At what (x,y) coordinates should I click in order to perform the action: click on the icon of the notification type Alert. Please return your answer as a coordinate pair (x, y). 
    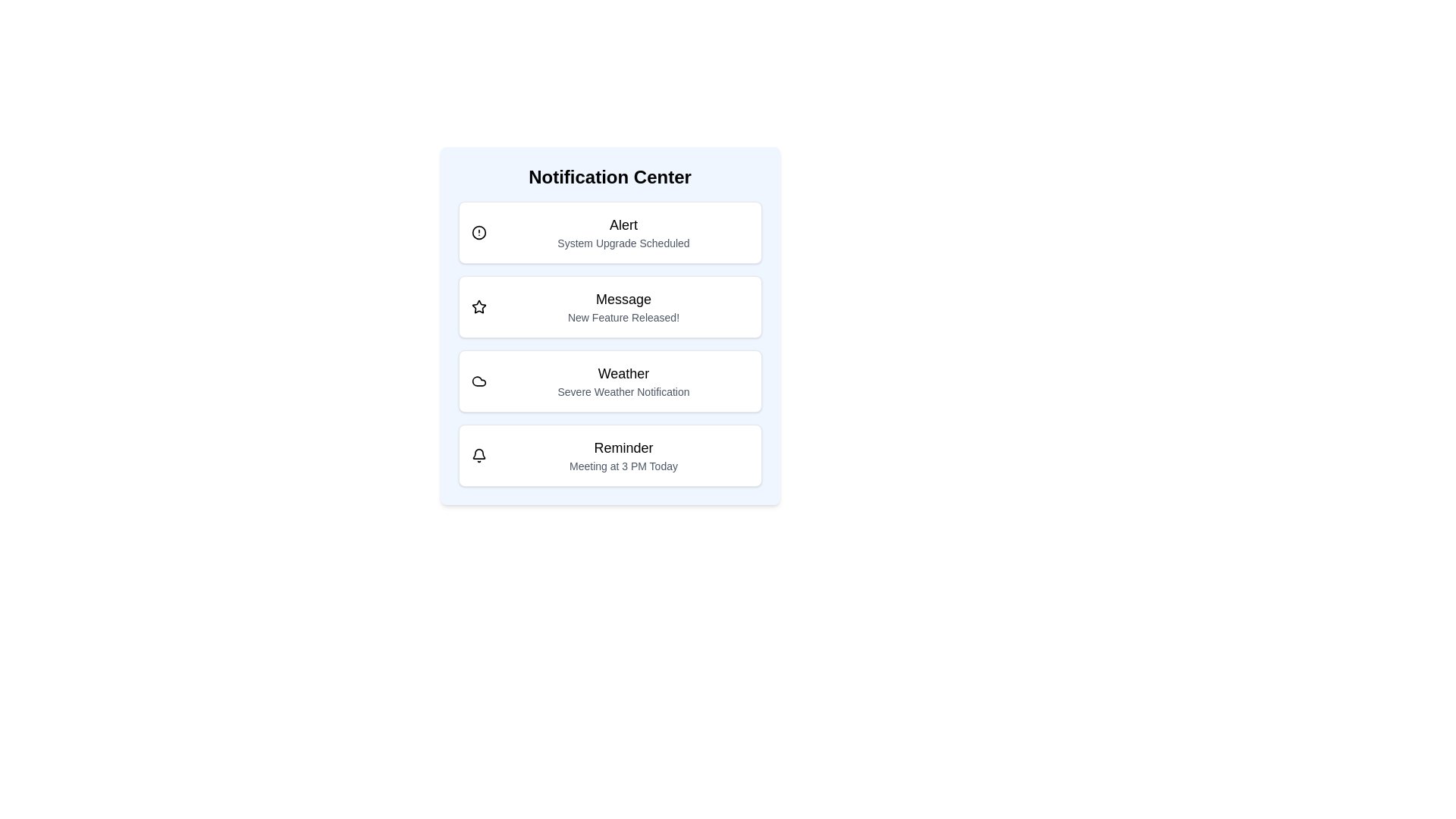
    Looking at the image, I should click on (478, 233).